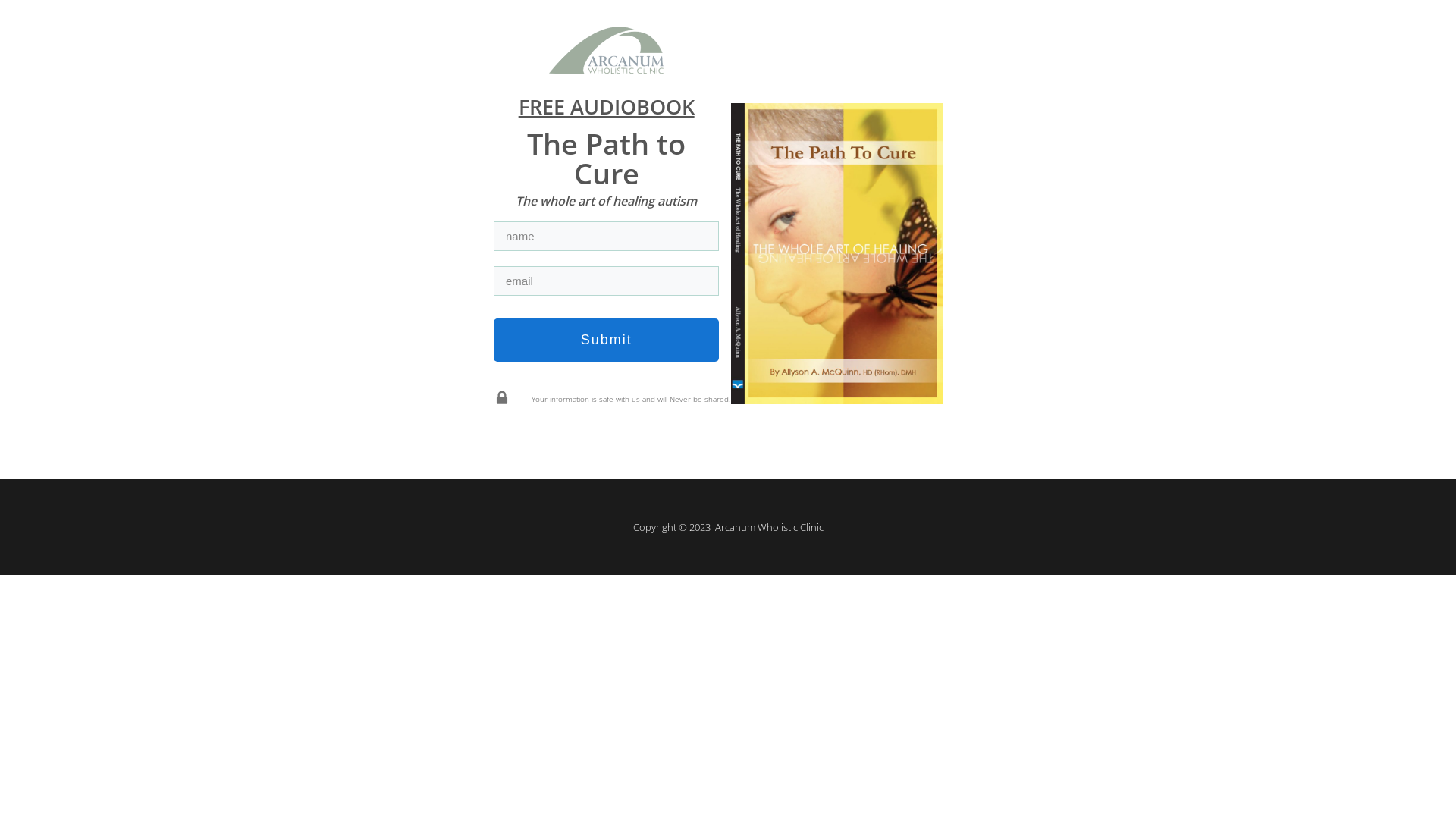 The width and height of the screenshot is (1456, 819). Describe the element at coordinates (836, 253) in the screenshot. I see `'PTC_cover_photo'` at that location.